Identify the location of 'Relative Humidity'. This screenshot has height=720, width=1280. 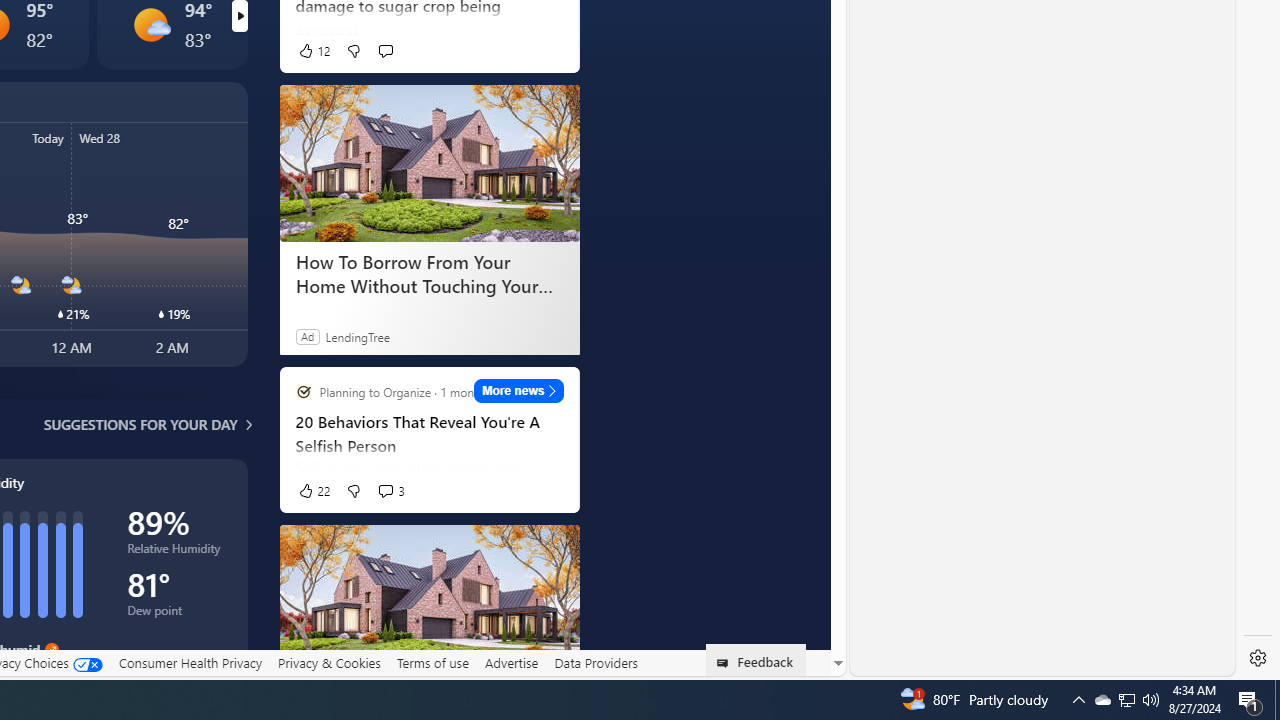
(177, 552).